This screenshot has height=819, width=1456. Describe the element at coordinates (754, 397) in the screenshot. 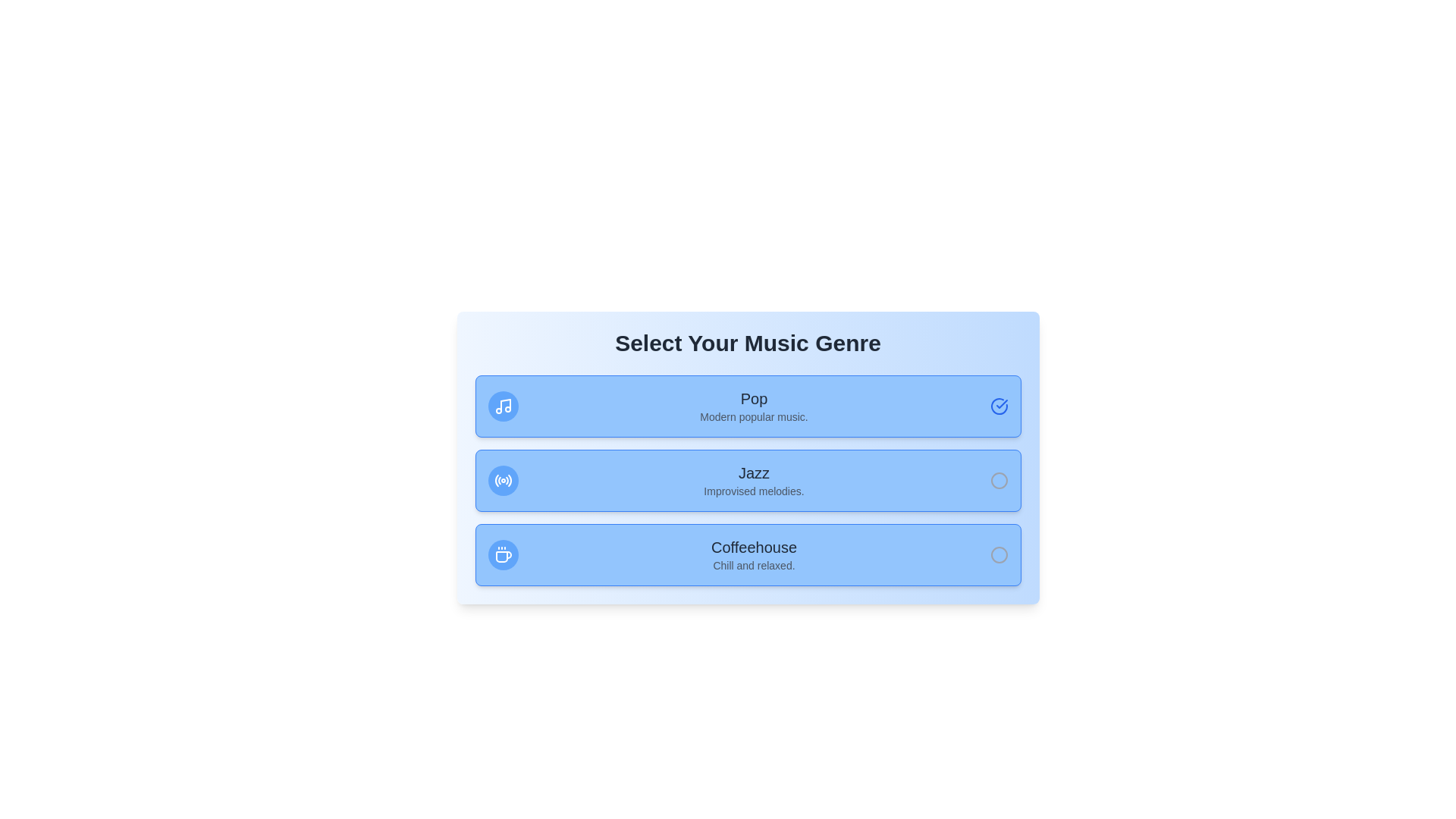

I see `the 'Pop' music genre label, which is the name label positioned above the descriptive text 'Modern popular music.' in the music genre selection list` at that location.